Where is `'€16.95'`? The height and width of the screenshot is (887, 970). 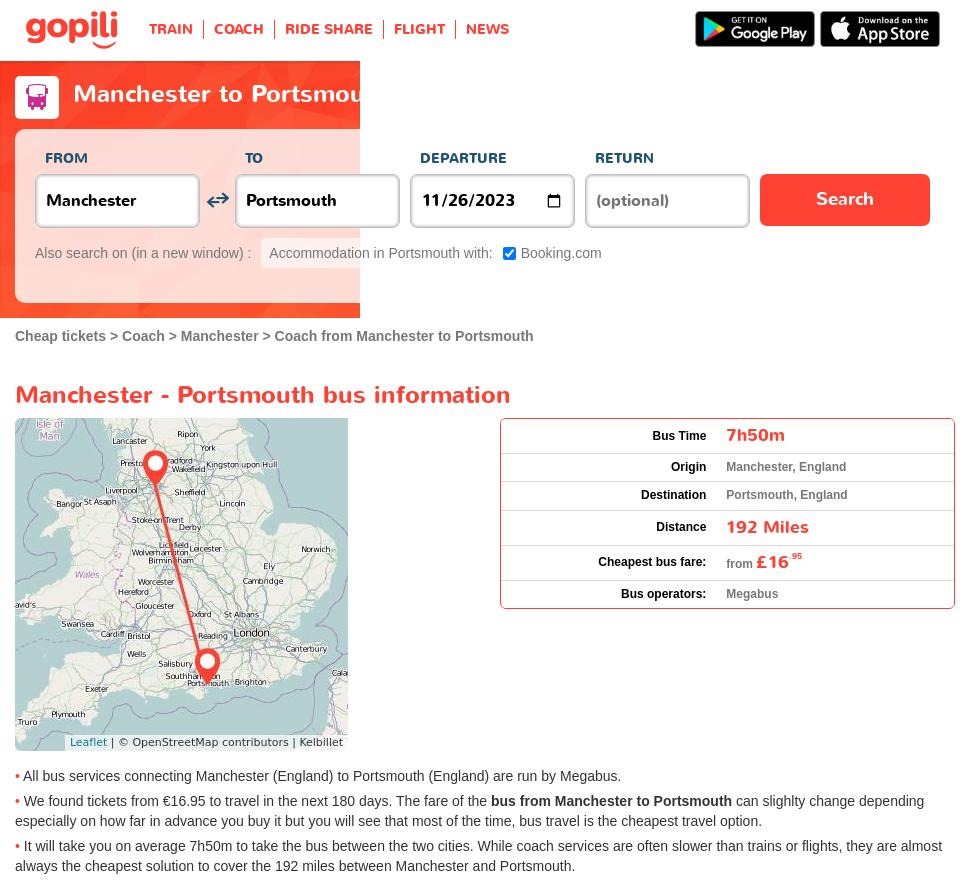
'€16.95' is located at coordinates (182, 800).